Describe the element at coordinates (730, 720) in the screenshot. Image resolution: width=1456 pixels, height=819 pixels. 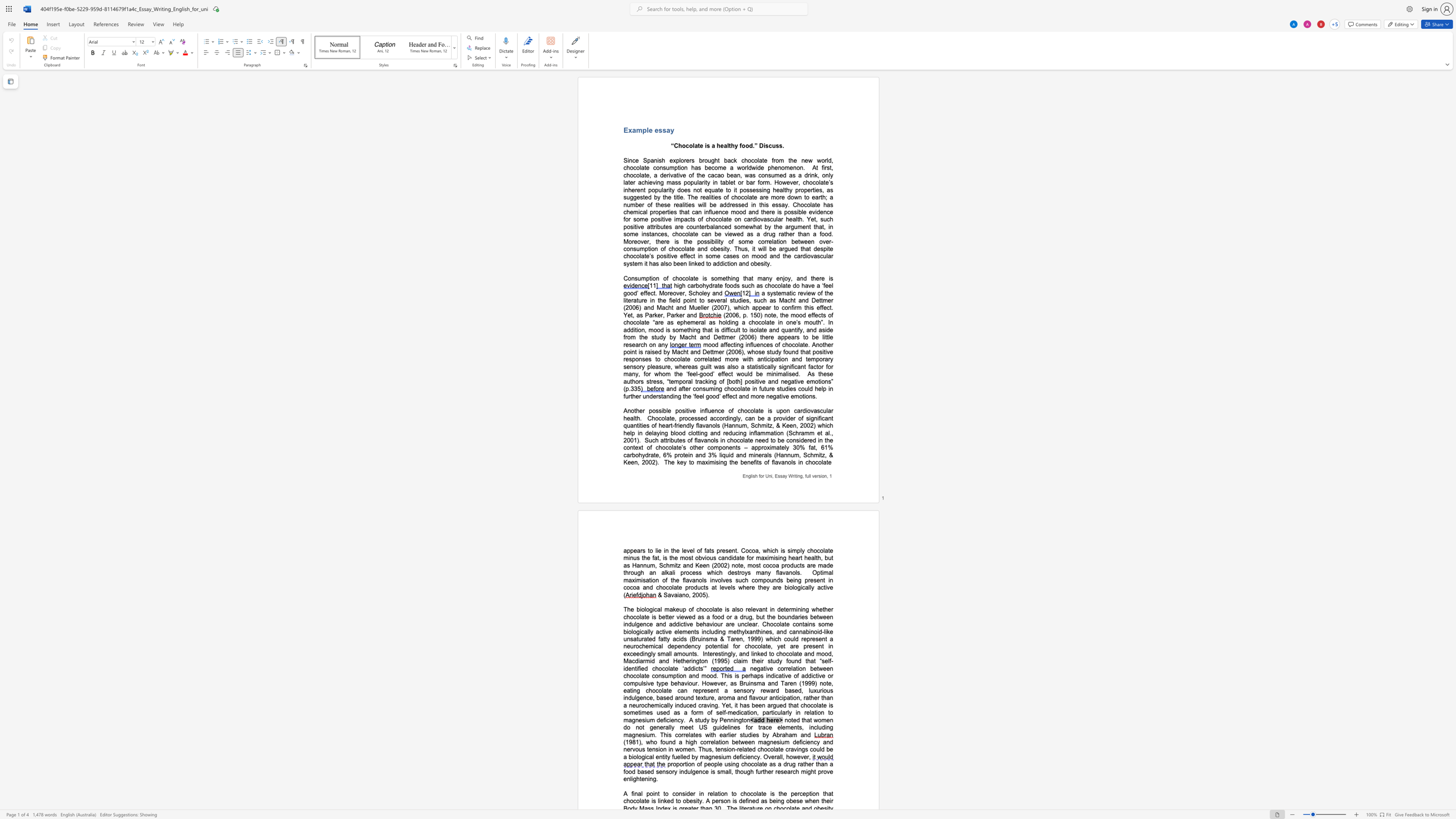
I see `the space between the continuous character "n" and "n" in the text` at that location.